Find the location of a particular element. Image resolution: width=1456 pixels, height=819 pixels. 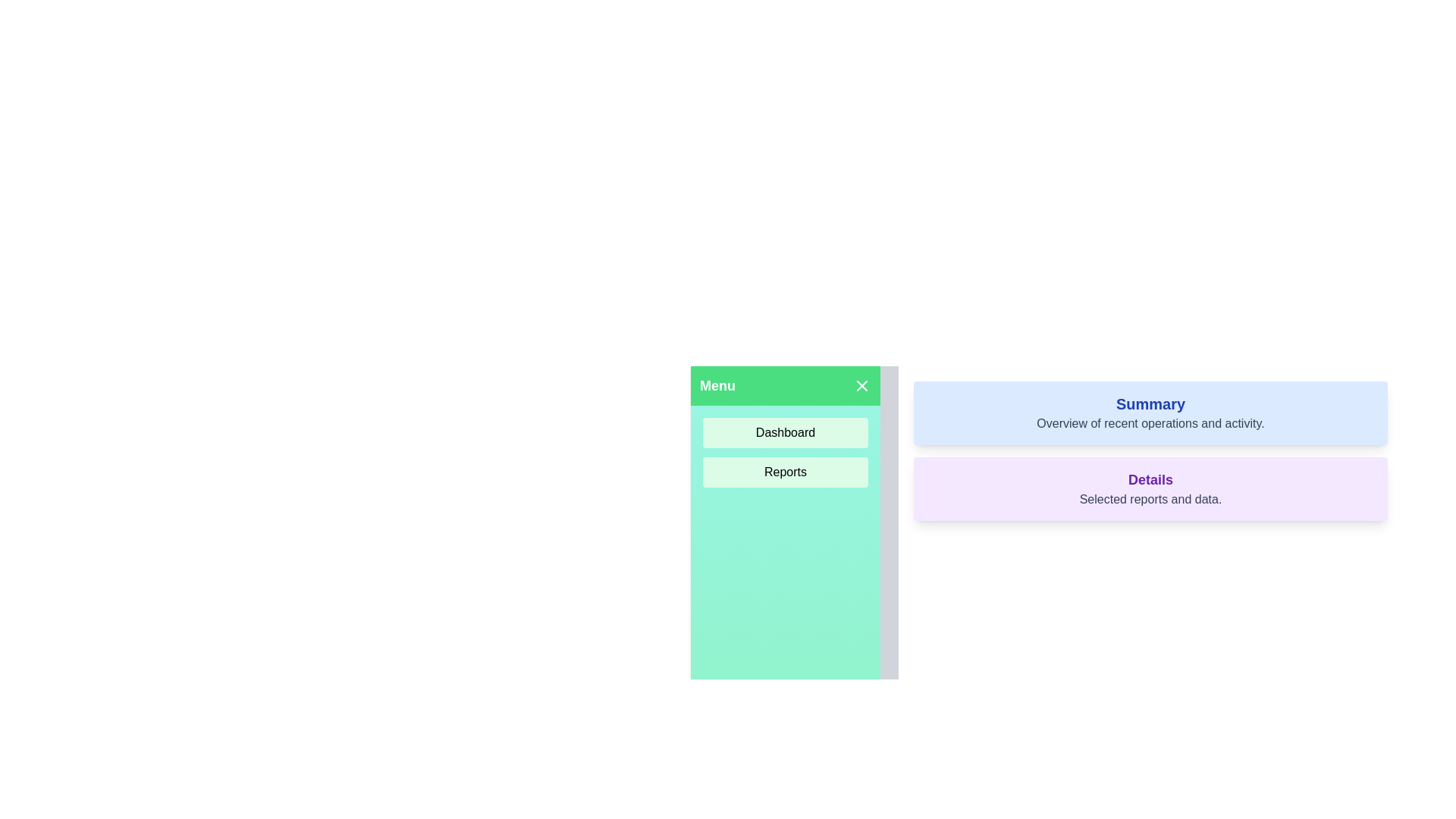

the static text label displaying 'Menu' in bold white font on a green background, located in the top-left corner of the header bar is located at coordinates (717, 385).